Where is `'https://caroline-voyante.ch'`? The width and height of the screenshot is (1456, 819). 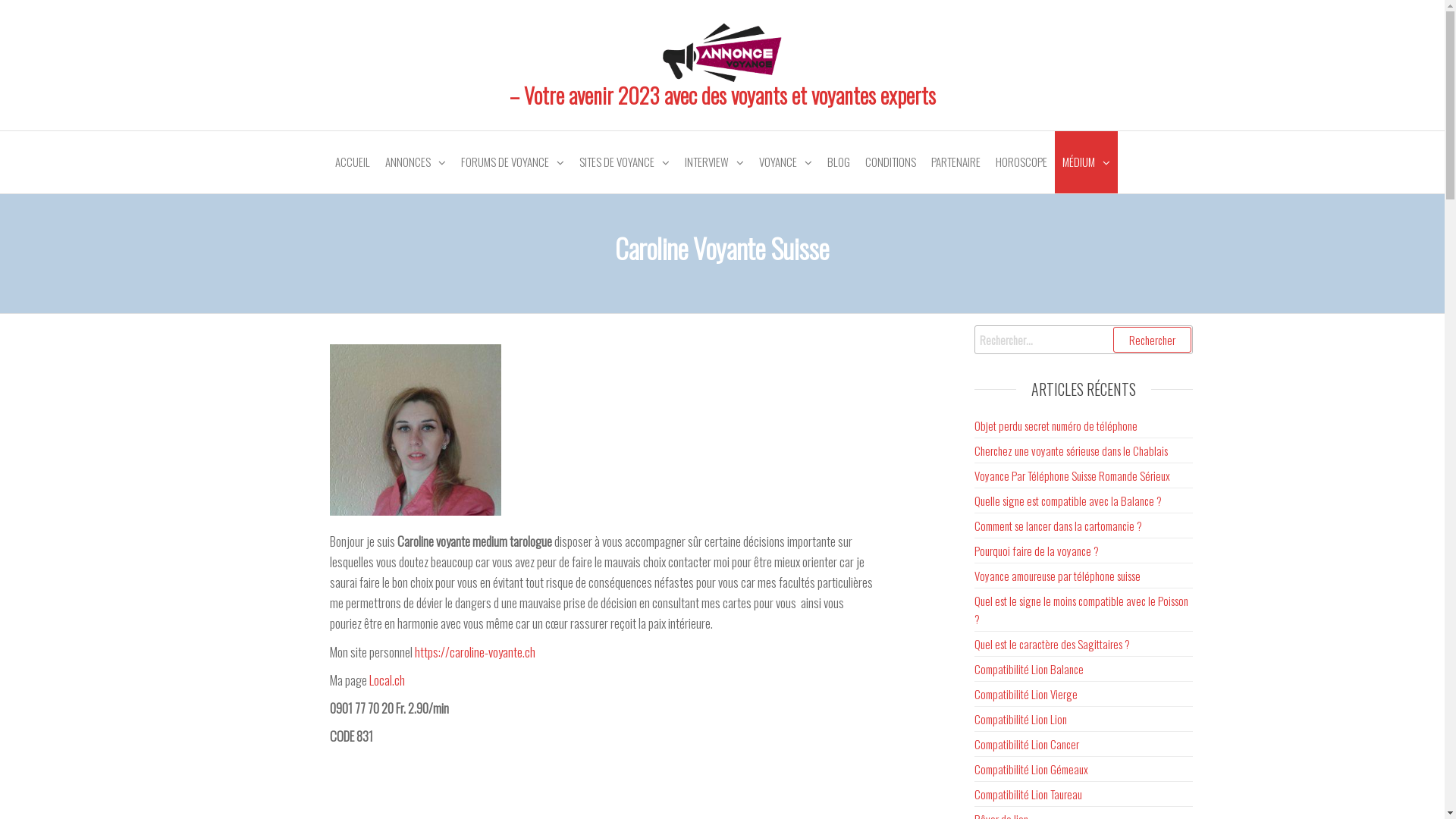 'https://caroline-voyante.ch' is located at coordinates (474, 651).